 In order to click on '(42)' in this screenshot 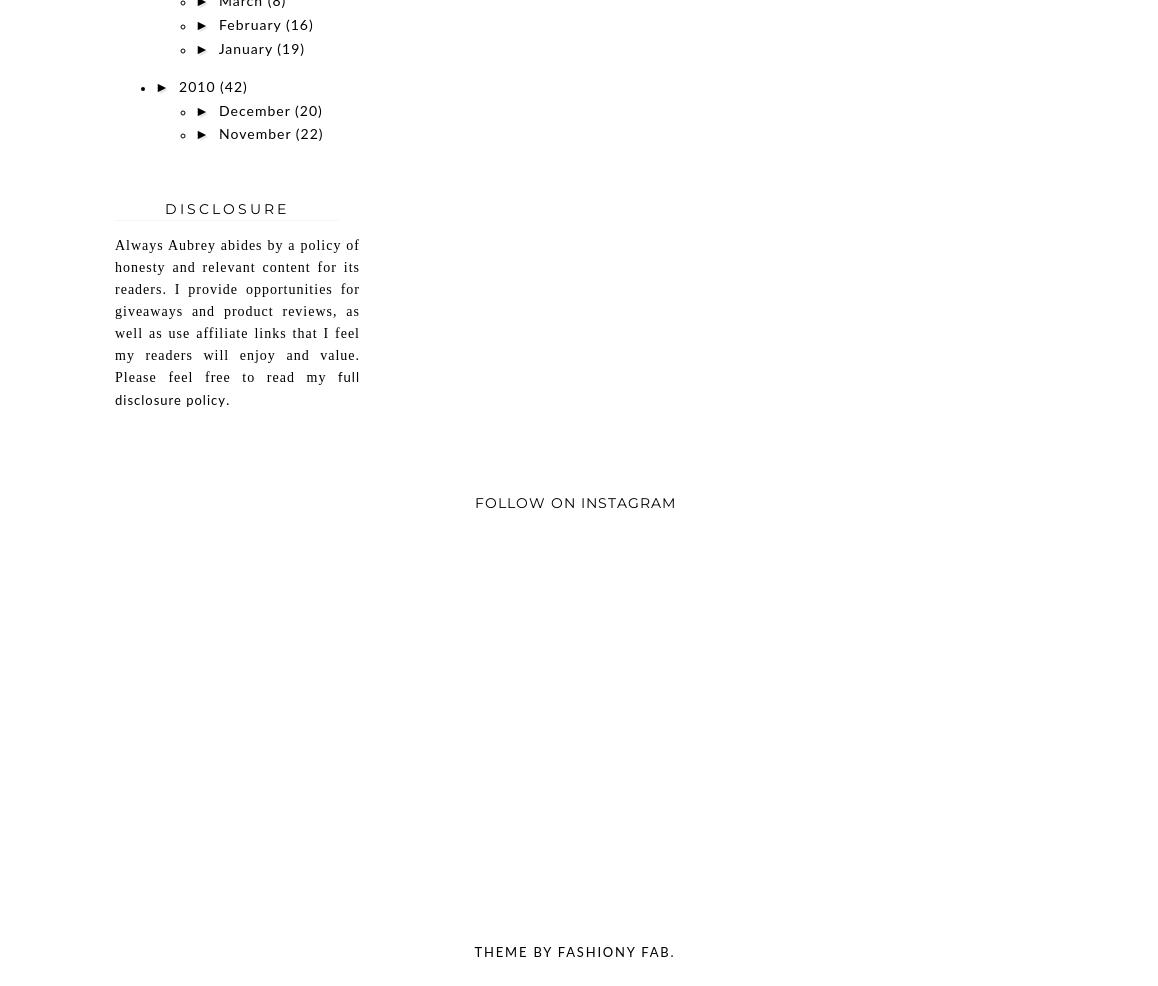, I will do `click(232, 86)`.